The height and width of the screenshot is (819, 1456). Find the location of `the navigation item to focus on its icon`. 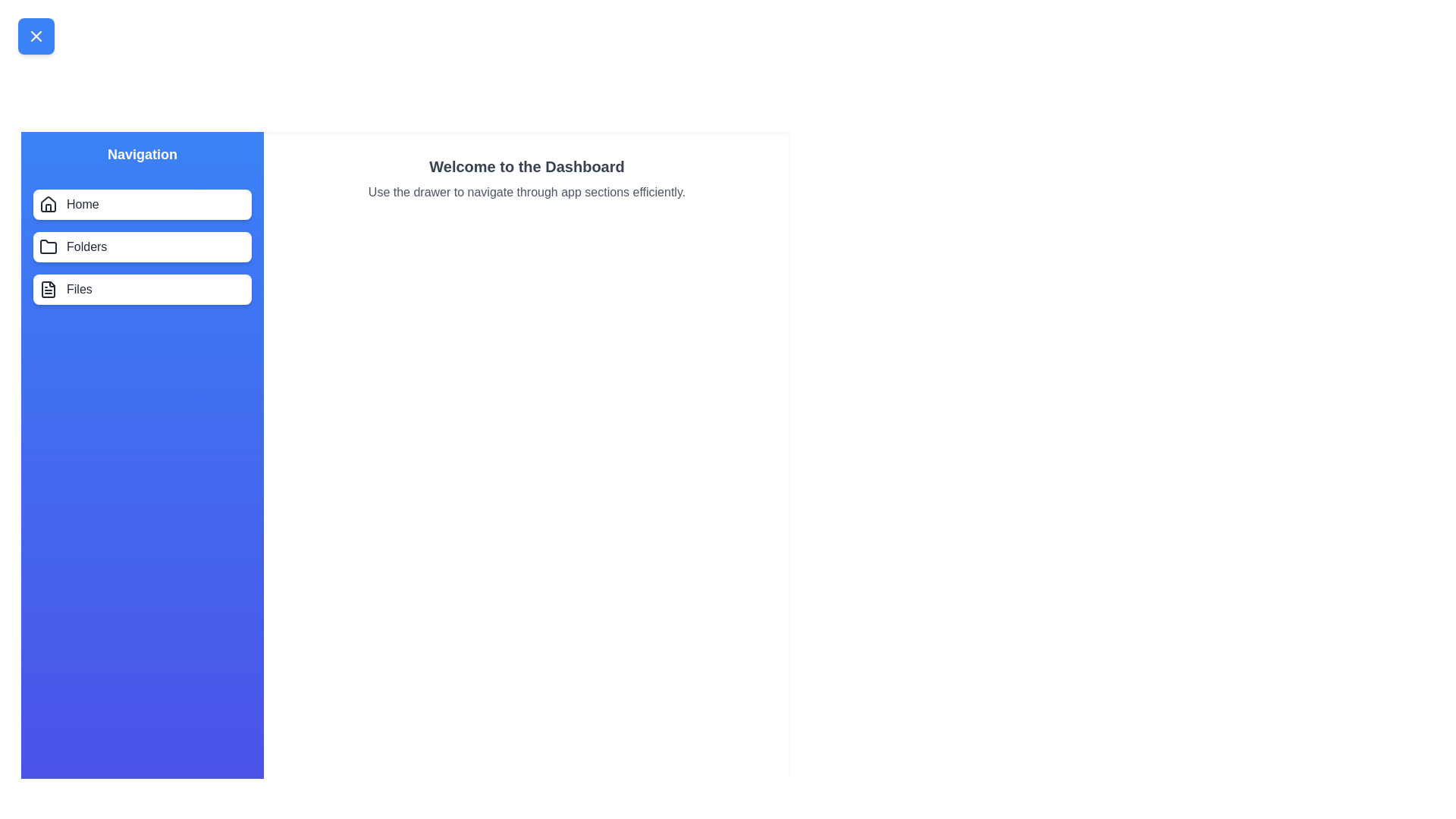

the navigation item to focus on its icon is located at coordinates (48, 205).